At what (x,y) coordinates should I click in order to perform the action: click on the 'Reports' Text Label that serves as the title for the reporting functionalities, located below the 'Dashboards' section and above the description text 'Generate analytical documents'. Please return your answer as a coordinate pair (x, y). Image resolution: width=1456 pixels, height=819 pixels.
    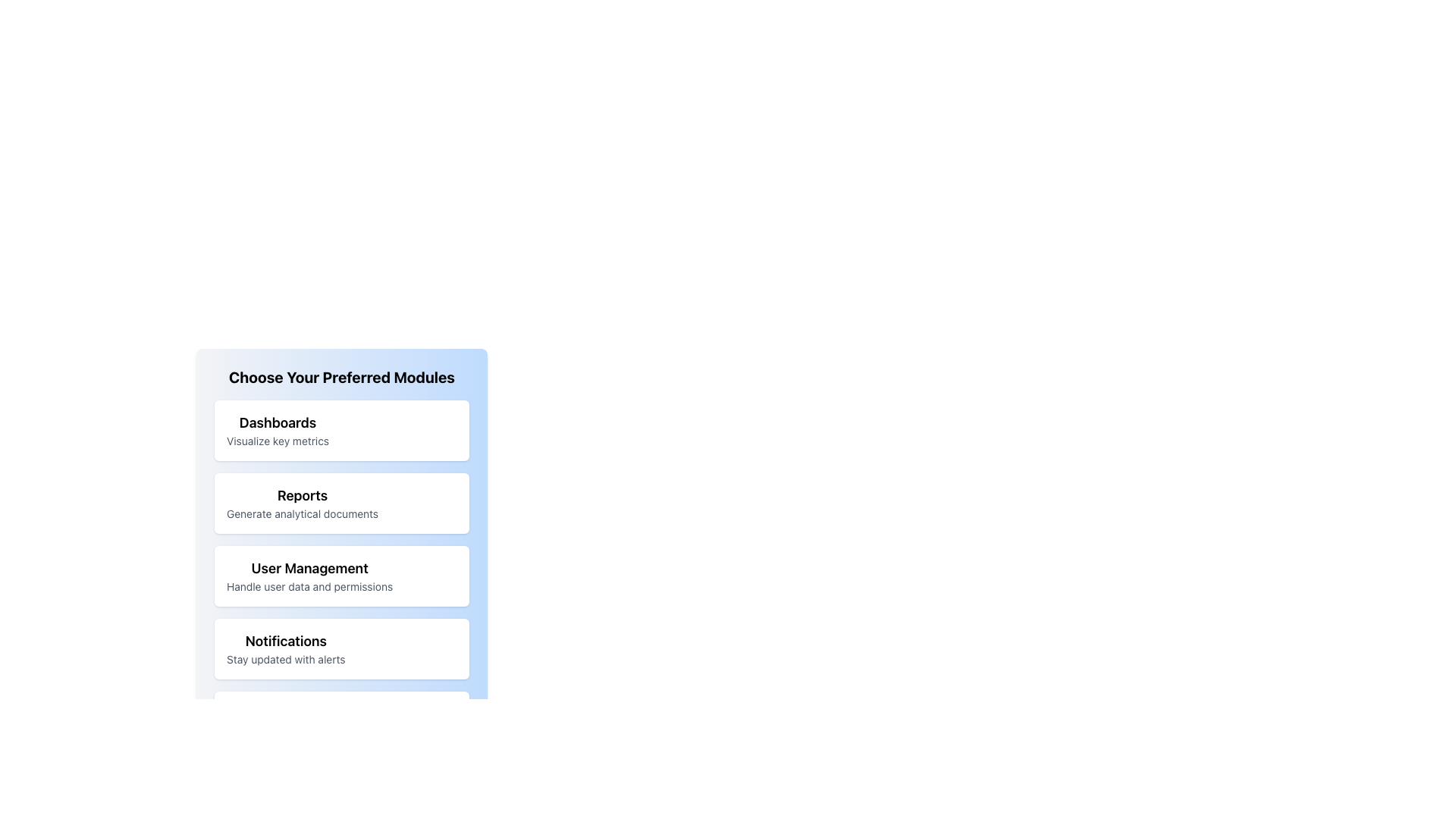
    Looking at the image, I should click on (302, 496).